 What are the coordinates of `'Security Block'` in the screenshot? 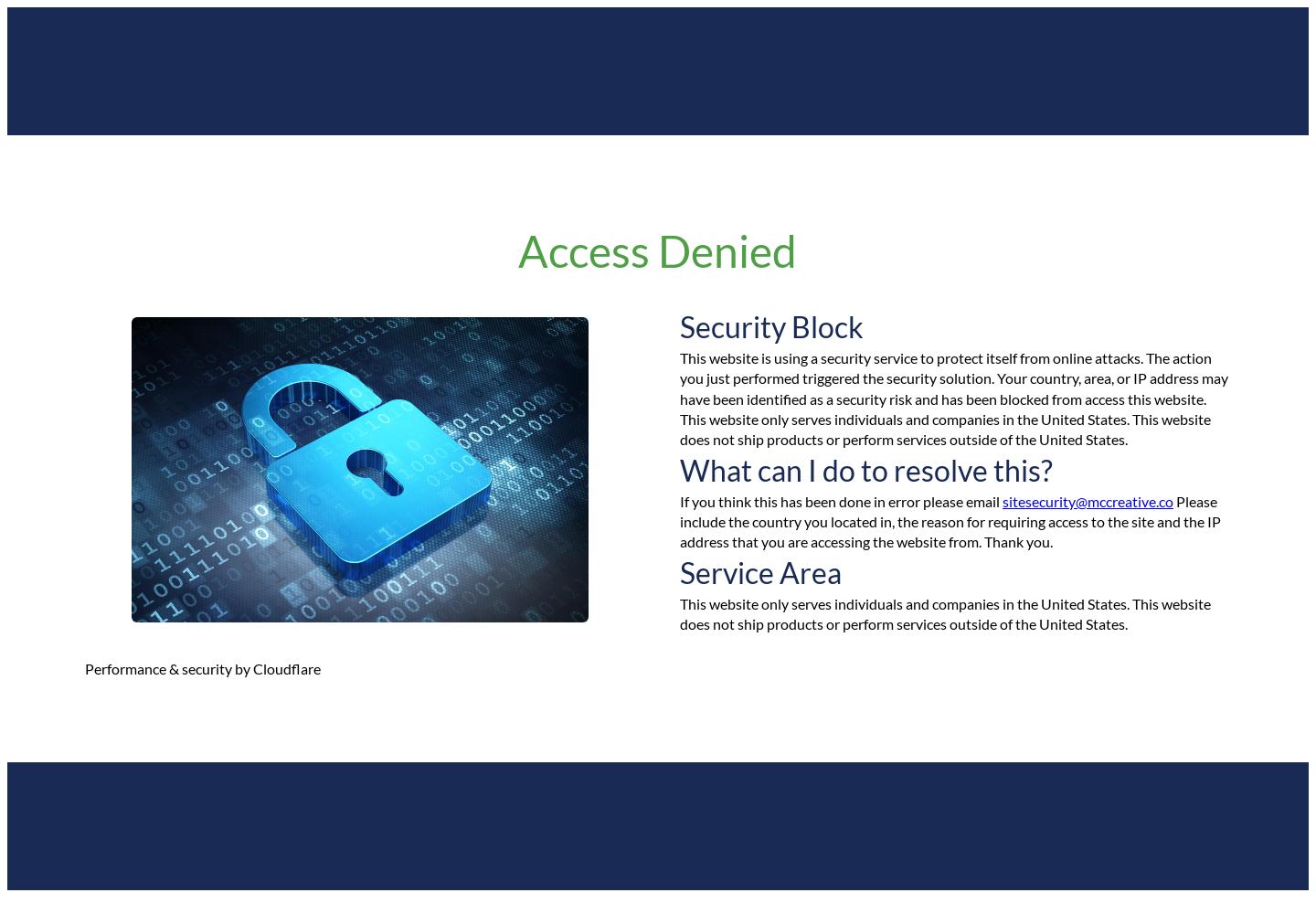 It's located at (770, 325).